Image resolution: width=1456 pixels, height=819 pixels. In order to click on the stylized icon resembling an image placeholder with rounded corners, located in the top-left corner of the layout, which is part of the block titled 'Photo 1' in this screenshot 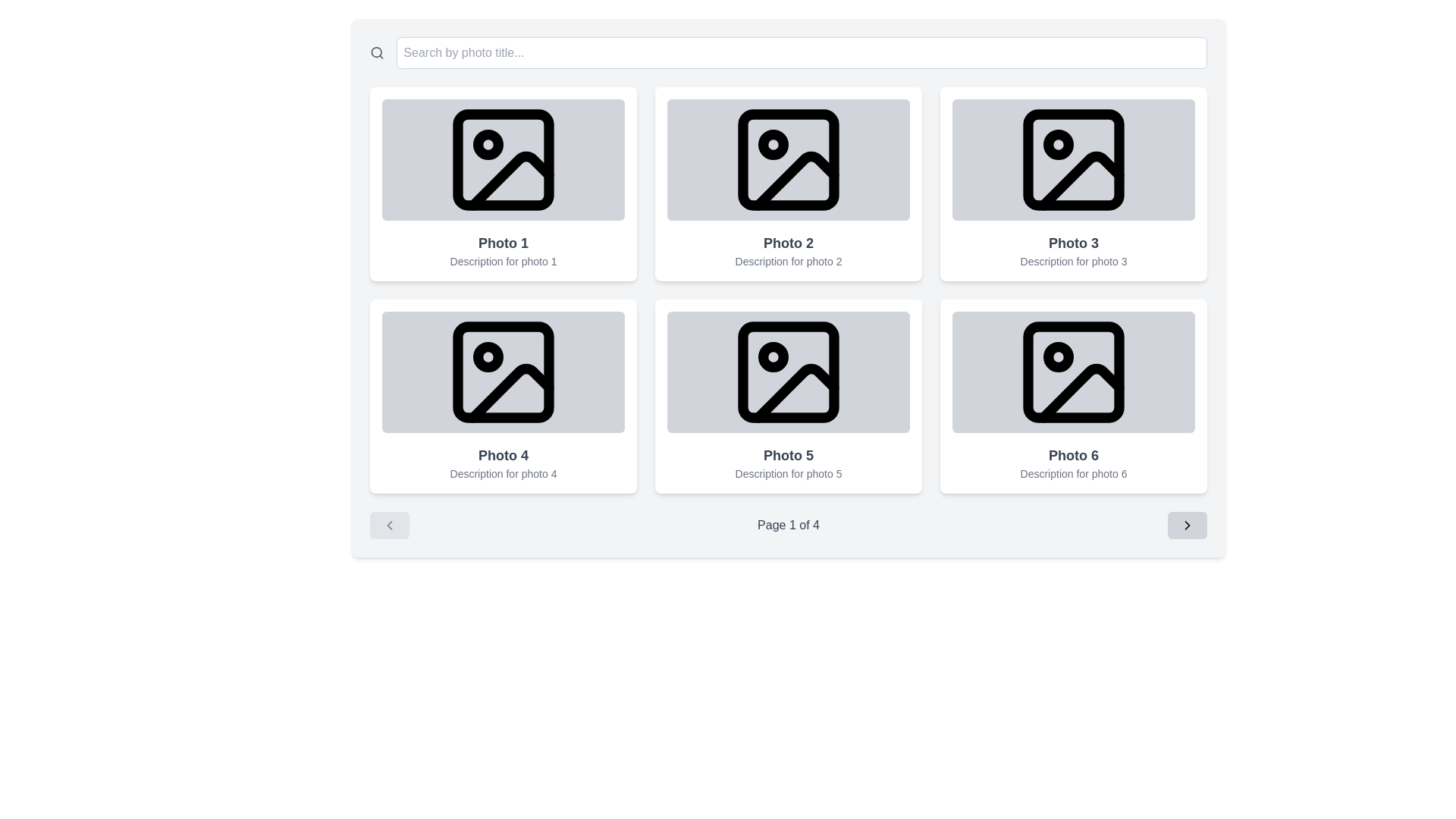, I will do `click(503, 160)`.